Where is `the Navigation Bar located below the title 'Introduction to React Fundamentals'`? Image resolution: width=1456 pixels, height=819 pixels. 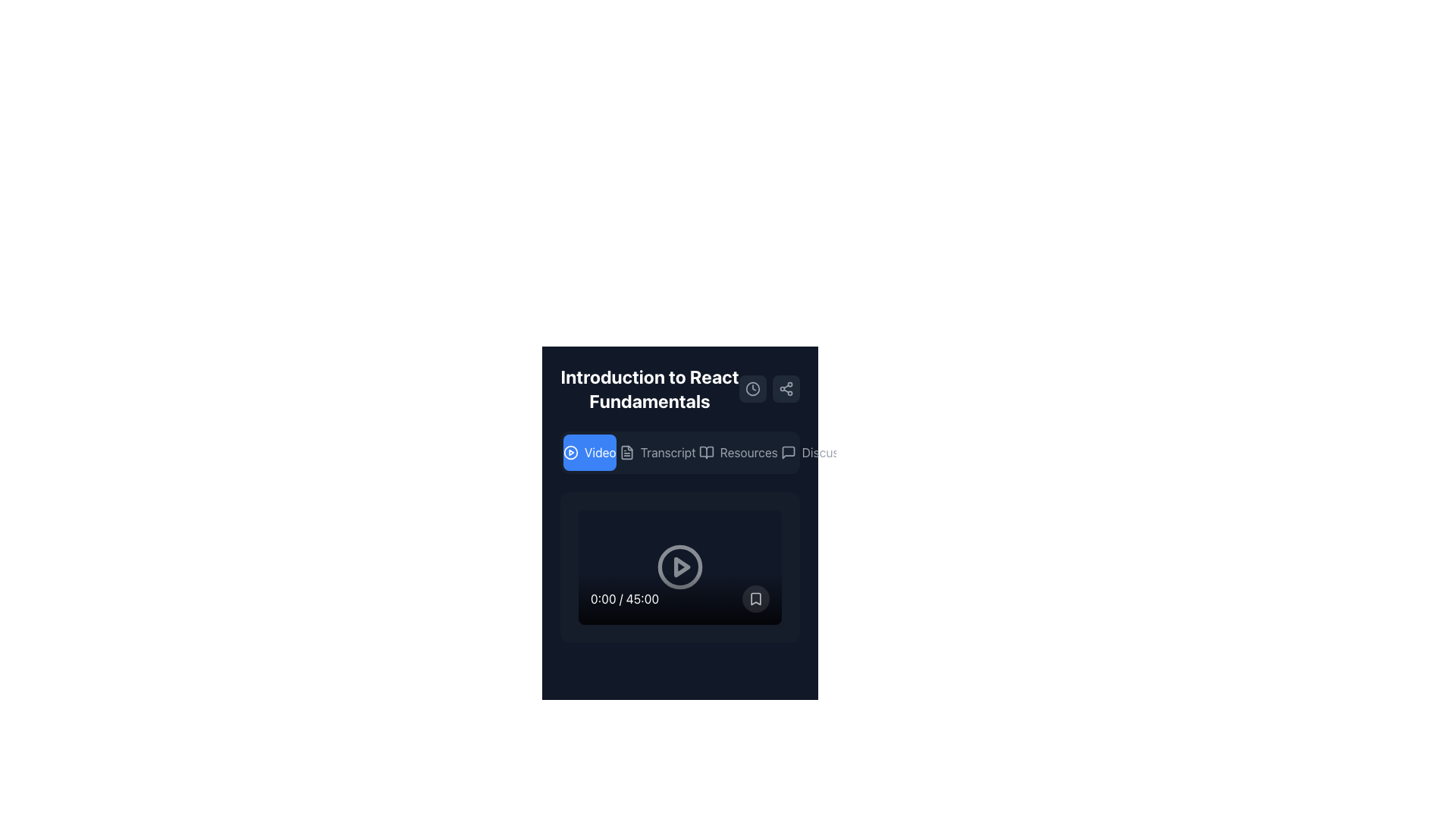
the Navigation Bar located below the title 'Introduction to React Fundamentals' is located at coordinates (679, 452).